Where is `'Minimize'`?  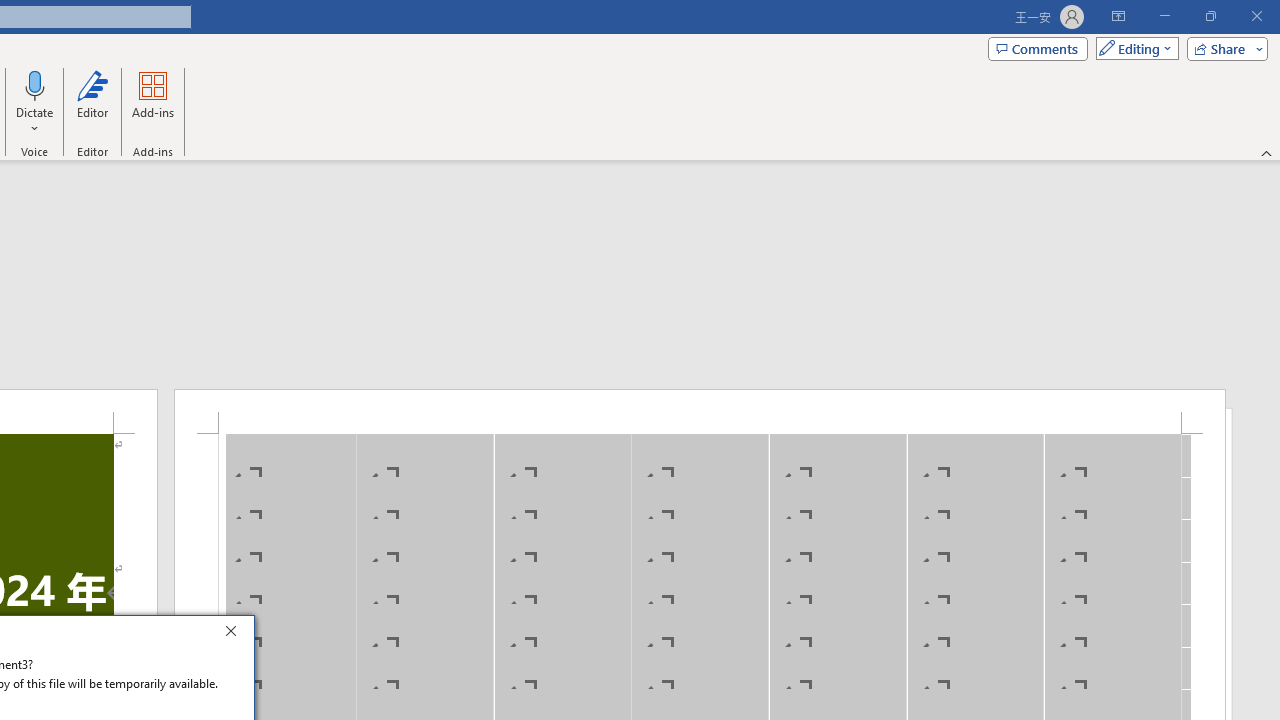
'Minimize' is located at coordinates (1164, 16).